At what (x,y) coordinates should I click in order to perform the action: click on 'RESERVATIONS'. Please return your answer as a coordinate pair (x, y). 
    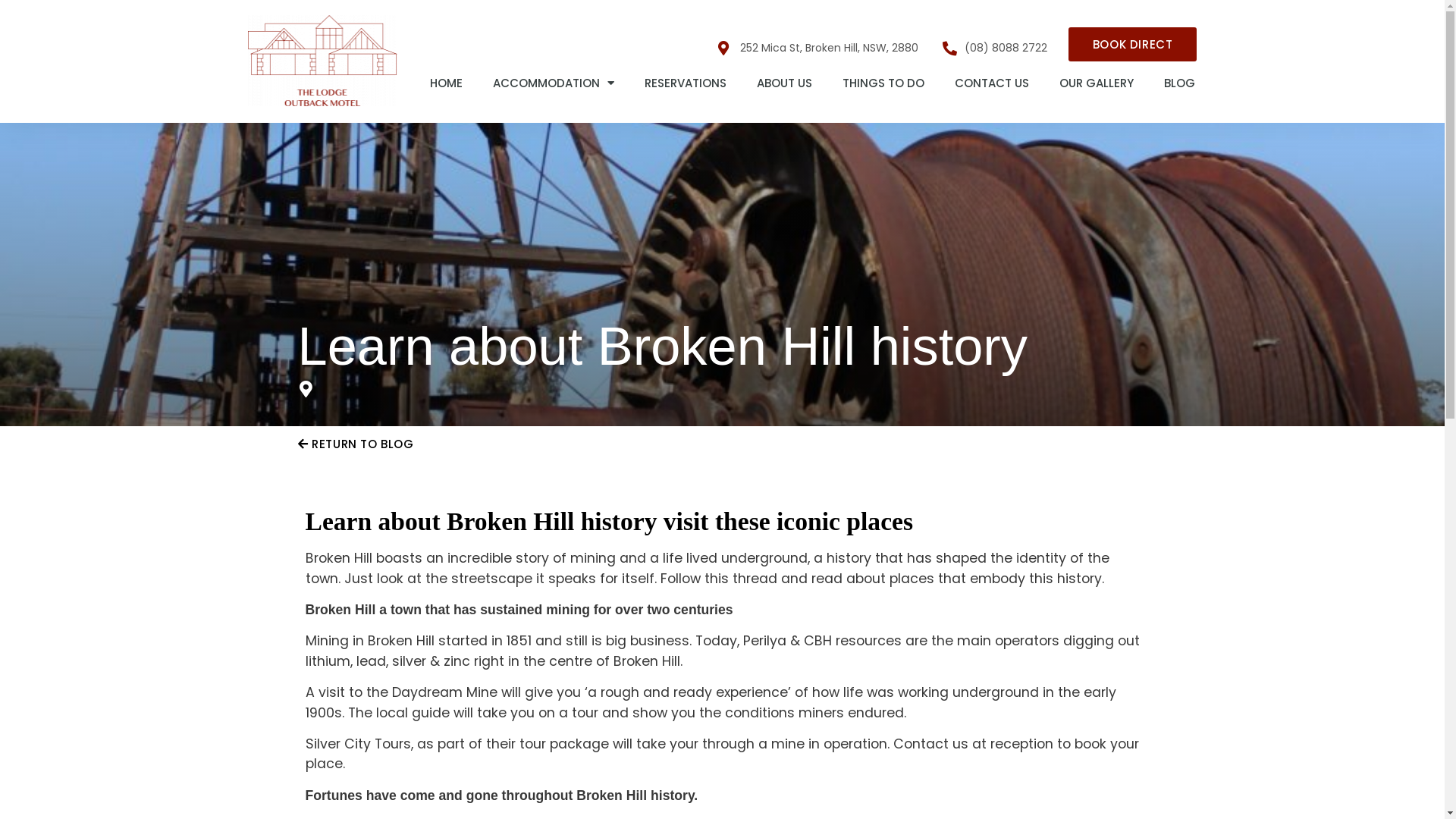
    Looking at the image, I should click on (684, 83).